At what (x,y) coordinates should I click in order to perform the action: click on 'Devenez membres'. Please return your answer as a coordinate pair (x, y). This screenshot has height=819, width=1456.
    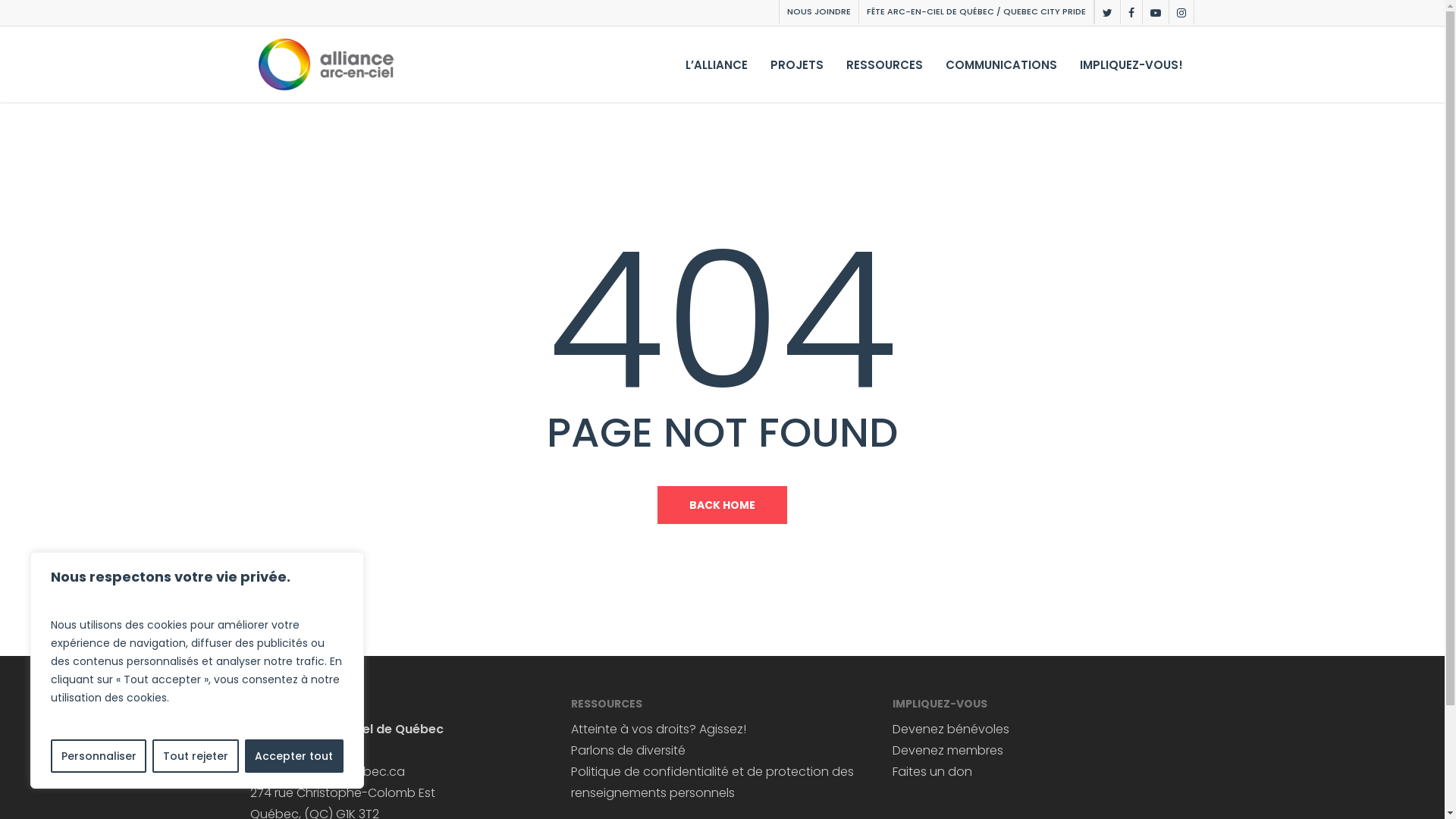
    Looking at the image, I should click on (946, 749).